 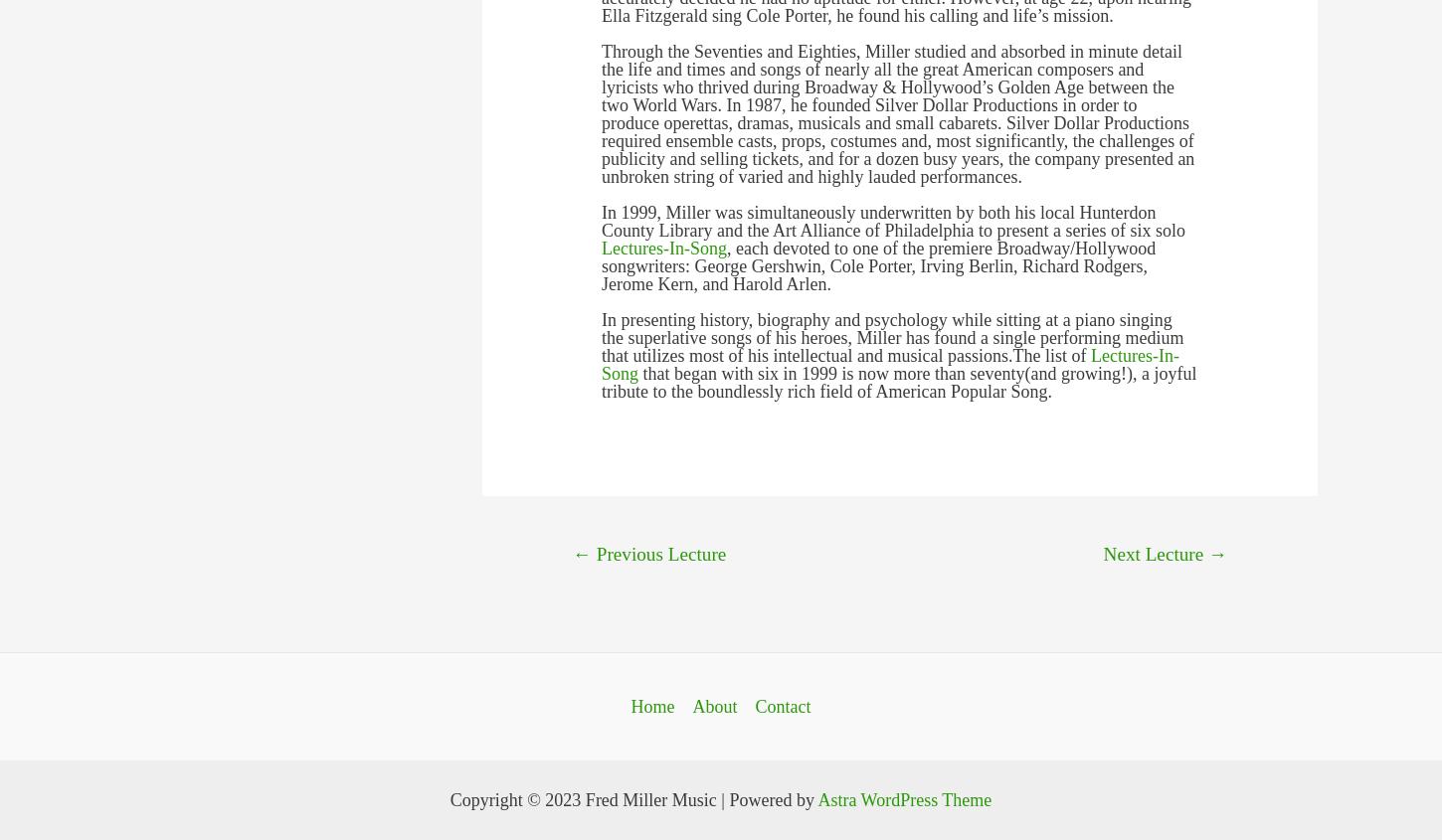 I want to click on 'Home', so click(x=650, y=705).